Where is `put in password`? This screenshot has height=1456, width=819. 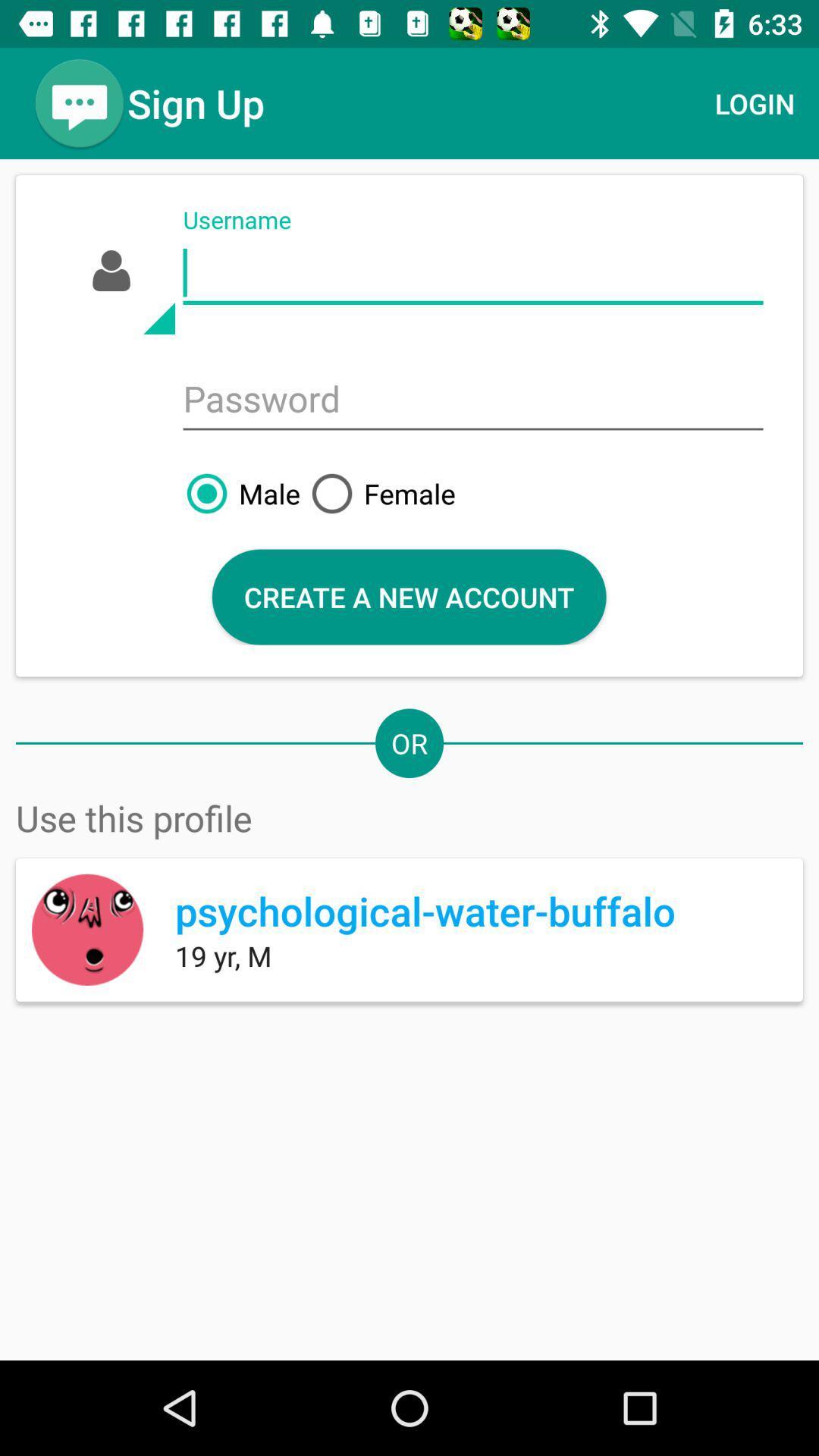
put in password is located at coordinates (472, 400).